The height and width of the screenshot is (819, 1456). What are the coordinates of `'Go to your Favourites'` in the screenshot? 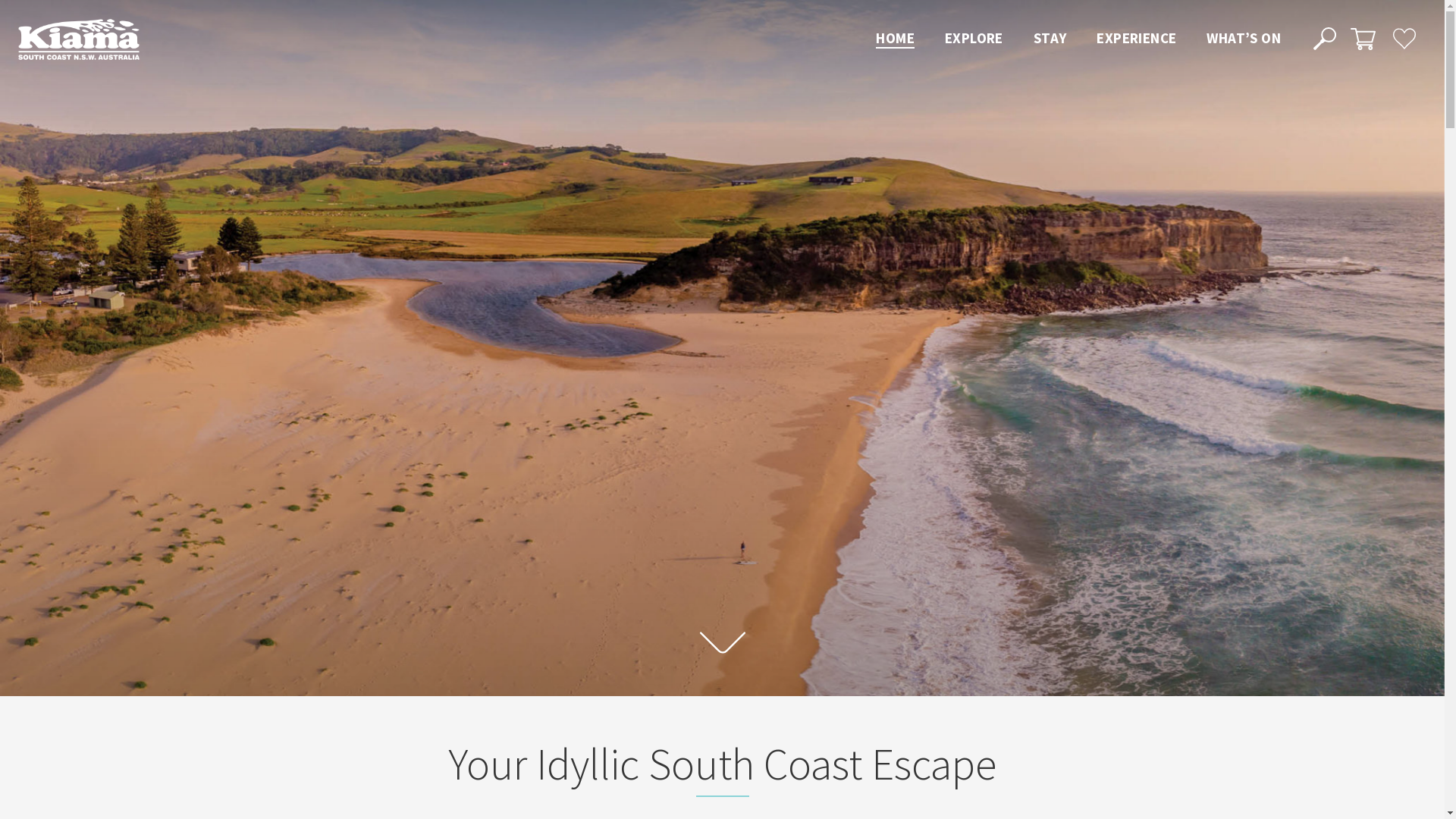 It's located at (1403, 37).